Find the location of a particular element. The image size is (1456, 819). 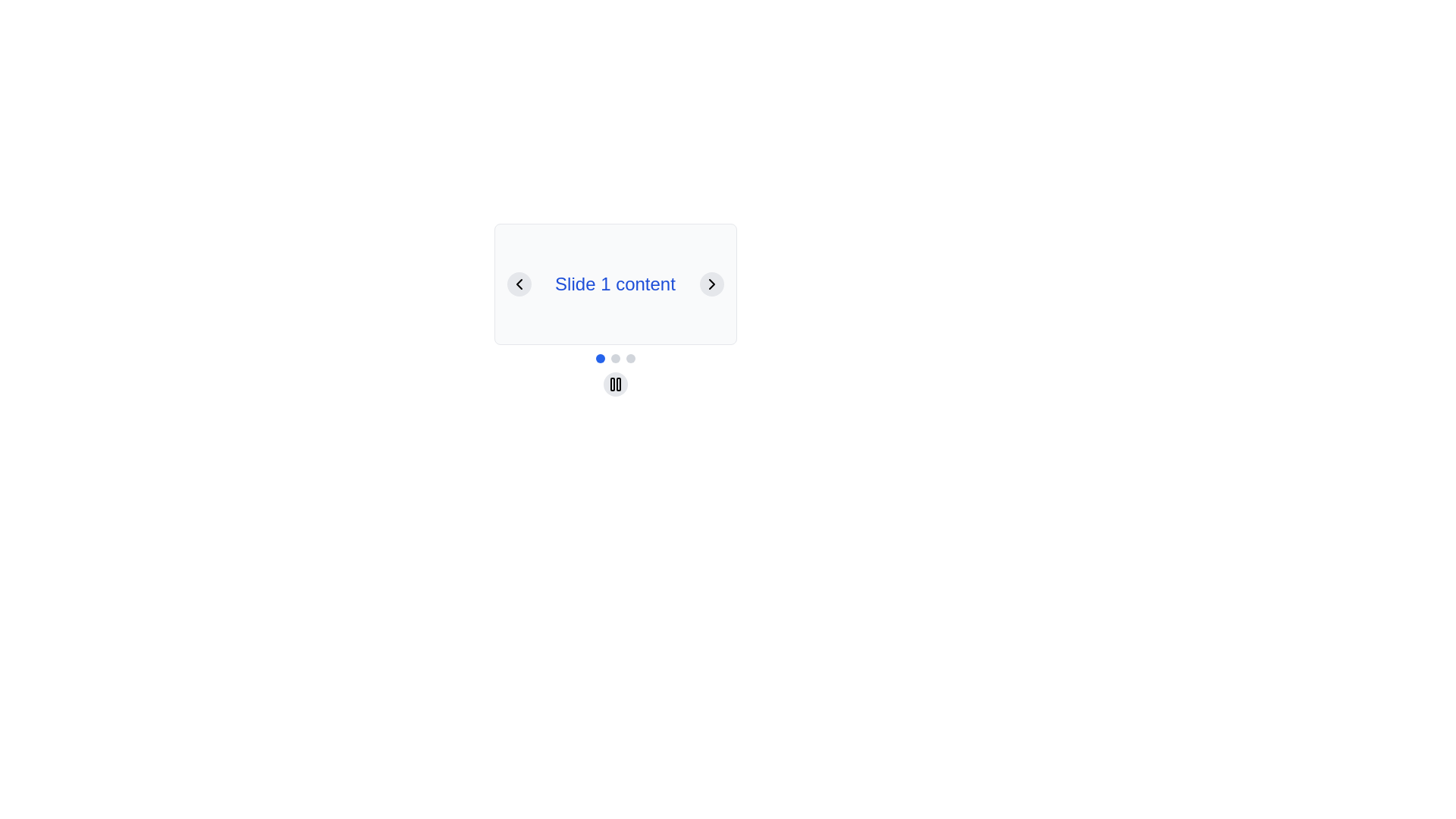

the central text area displaying 'Slide 1 content' in a bold blue font, which is part of a carousel or slider control is located at coordinates (615, 284).